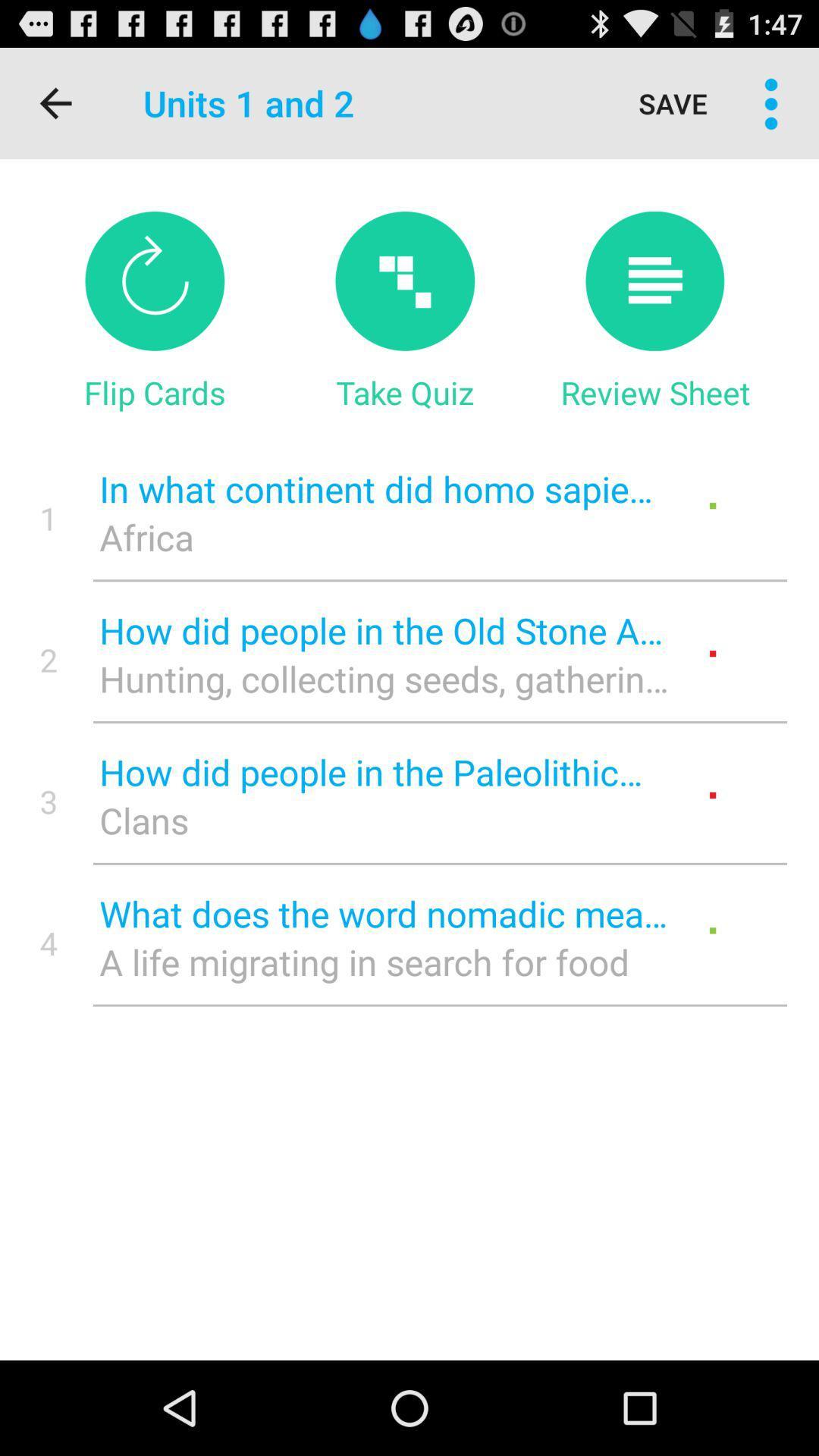  What do you see at coordinates (404, 281) in the screenshot?
I see `take quiz` at bounding box center [404, 281].